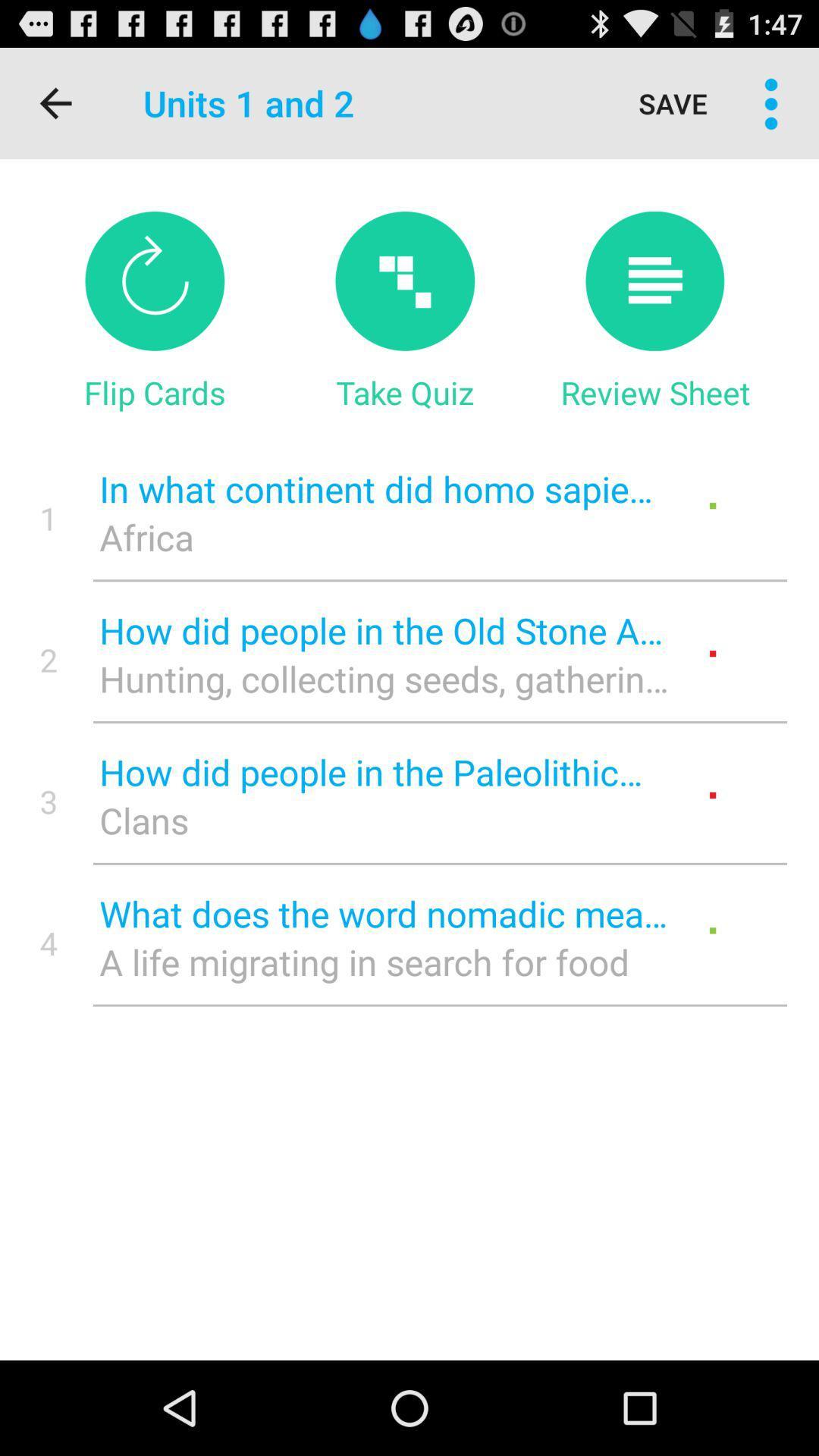  What do you see at coordinates (404, 281) in the screenshot?
I see `take quiz` at bounding box center [404, 281].